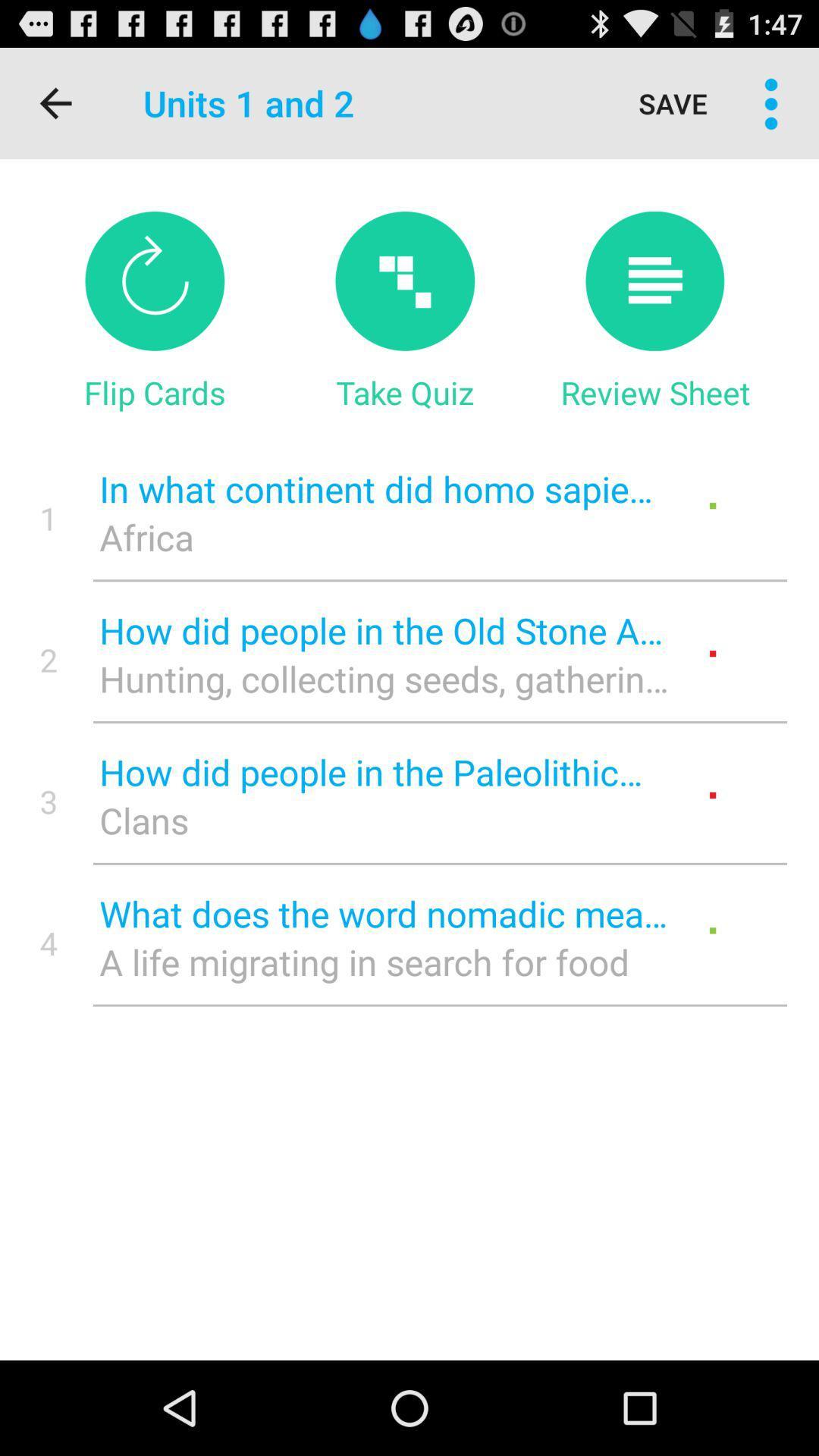  What do you see at coordinates (404, 281) in the screenshot?
I see `take quiz` at bounding box center [404, 281].